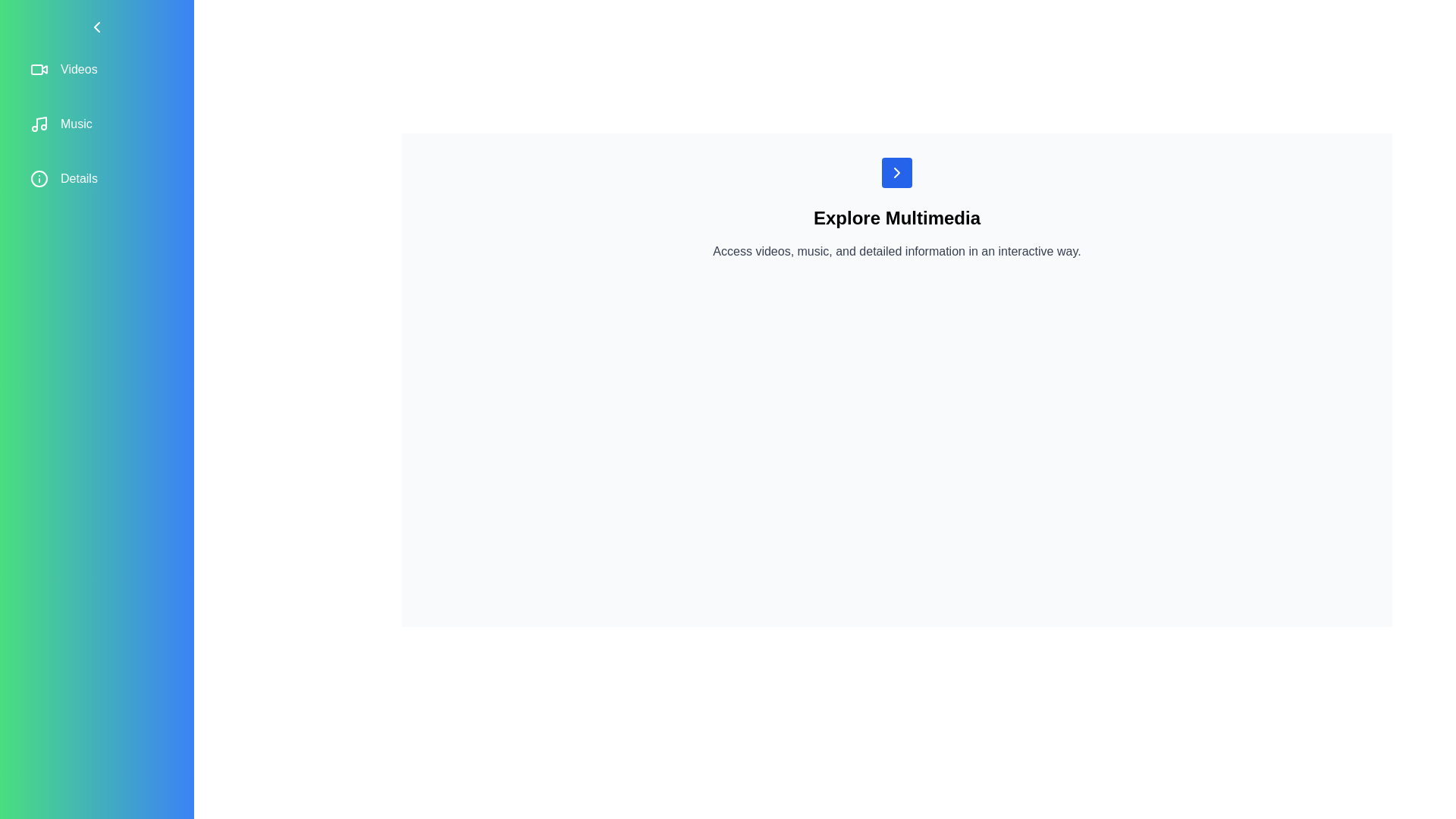 The height and width of the screenshot is (819, 1456). Describe the element at coordinates (896, 171) in the screenshot. I see `button in the main content area to open the sidebar` at that location.